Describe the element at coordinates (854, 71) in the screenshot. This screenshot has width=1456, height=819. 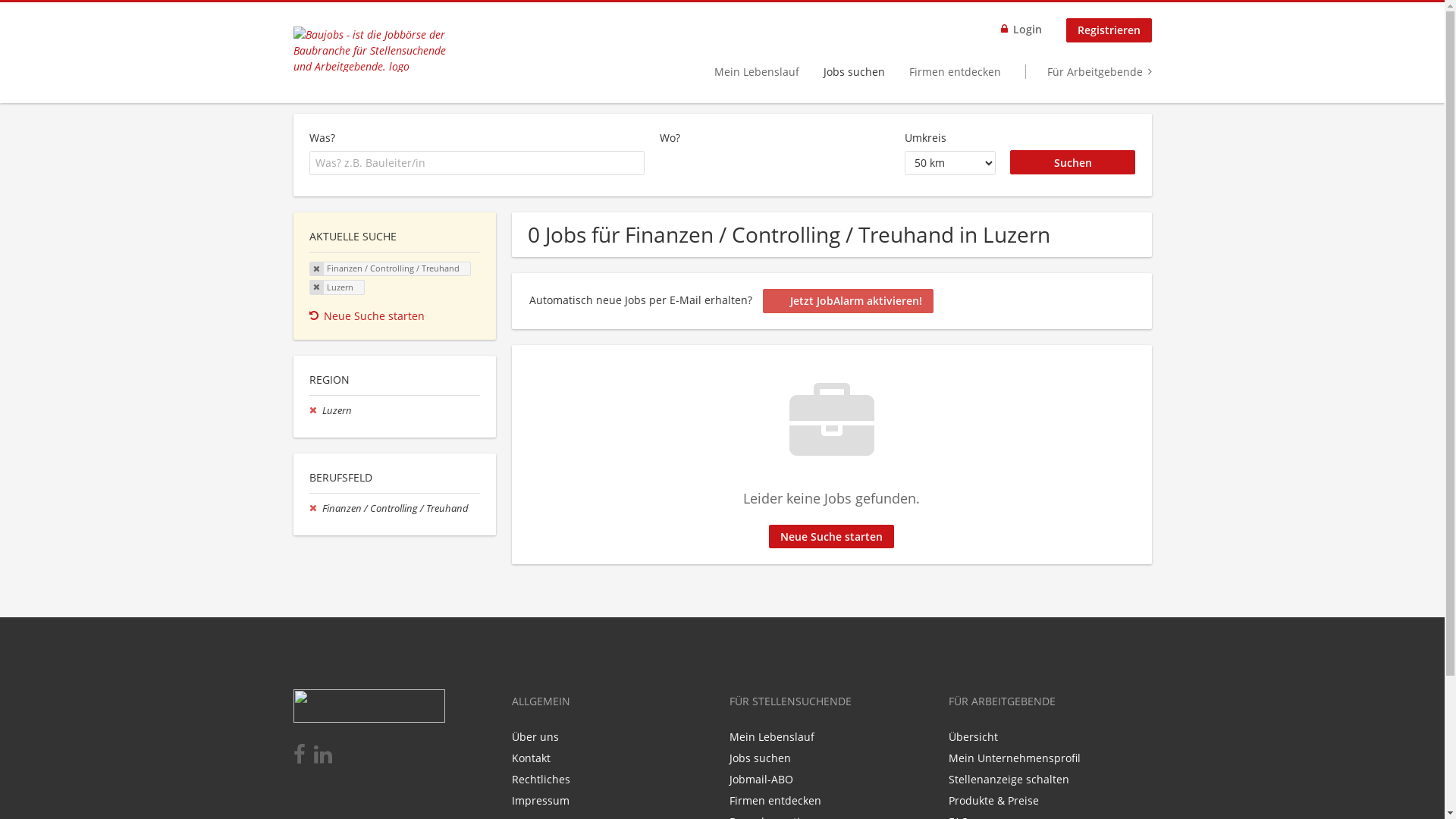
I see `'Jobs suchen'` at that location.